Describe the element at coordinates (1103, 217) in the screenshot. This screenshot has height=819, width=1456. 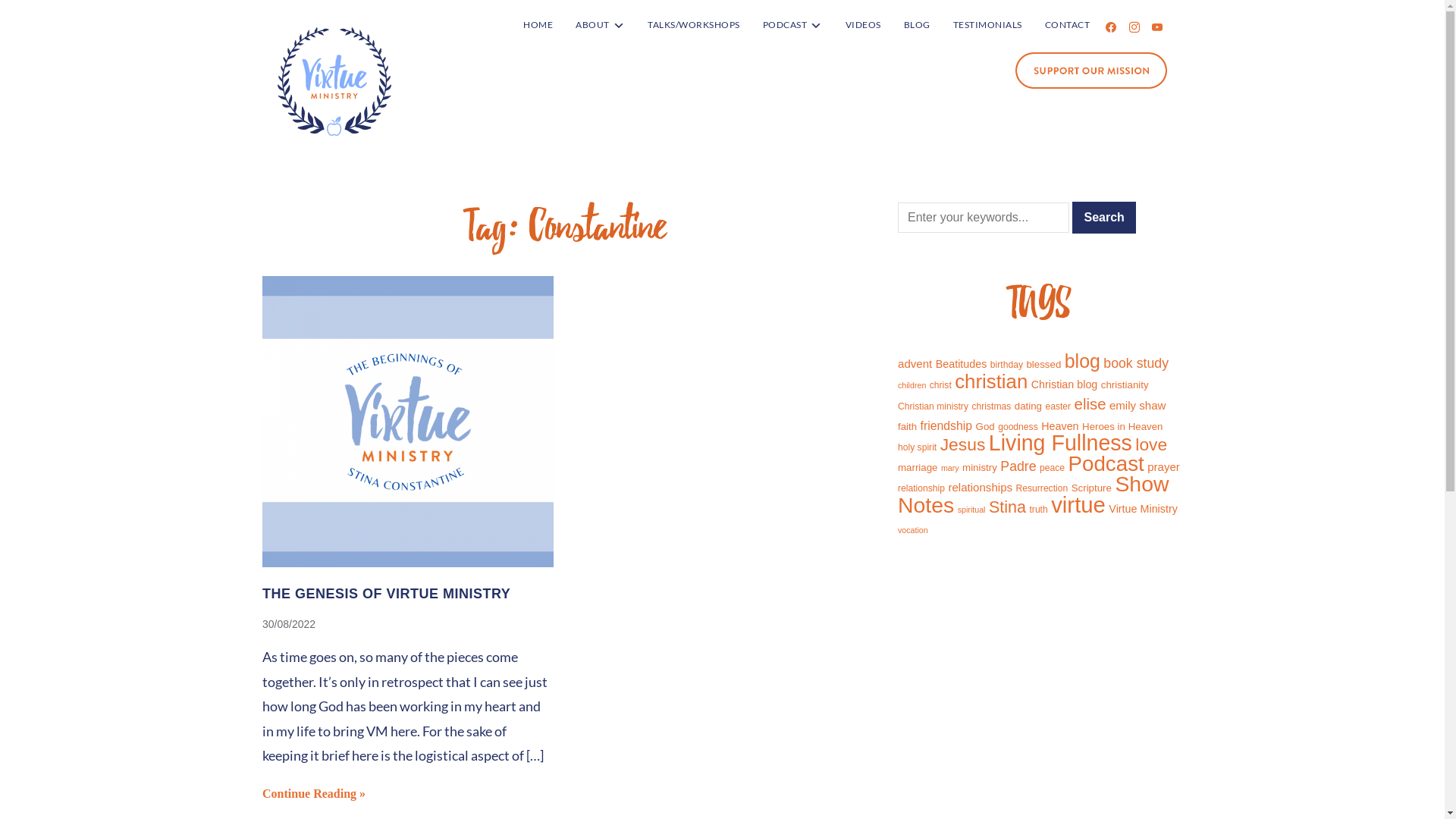
I see `'Search'` at that location.